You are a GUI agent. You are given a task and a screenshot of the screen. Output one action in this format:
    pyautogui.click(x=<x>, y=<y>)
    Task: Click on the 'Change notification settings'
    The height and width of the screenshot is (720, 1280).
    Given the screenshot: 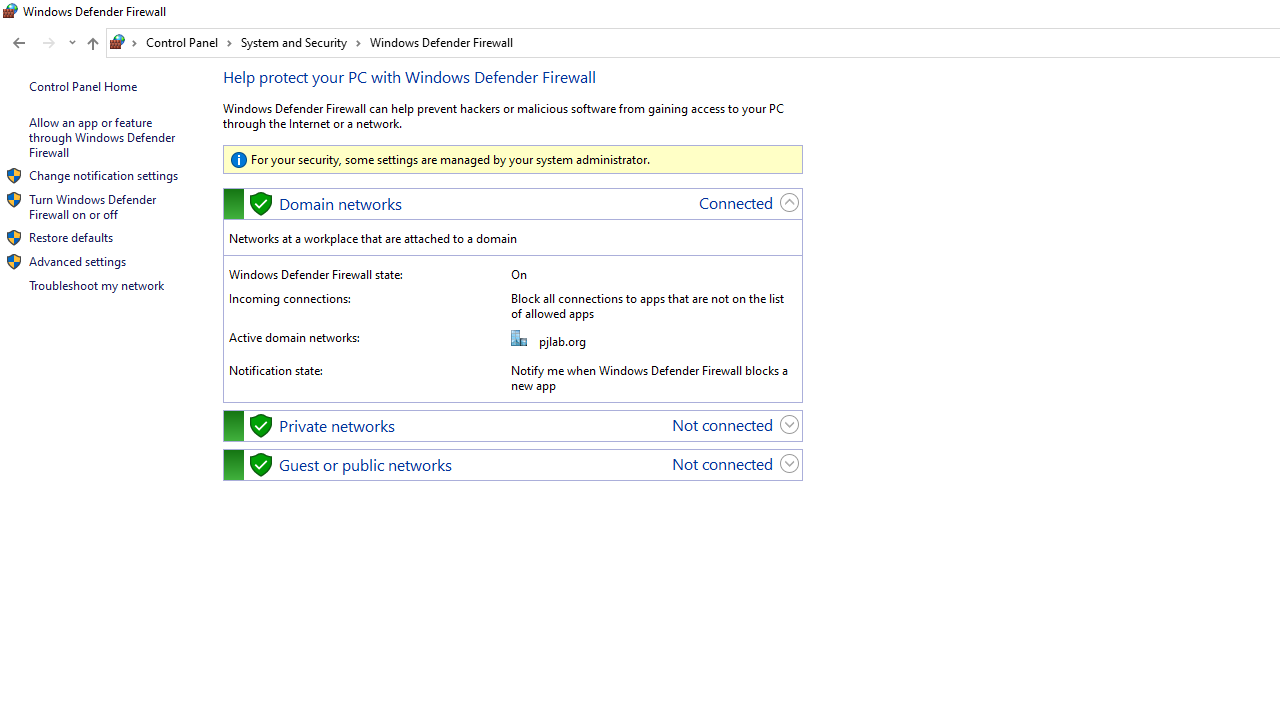 What is the action you would take?
    pyautogui.click(x=102, y=174)
    